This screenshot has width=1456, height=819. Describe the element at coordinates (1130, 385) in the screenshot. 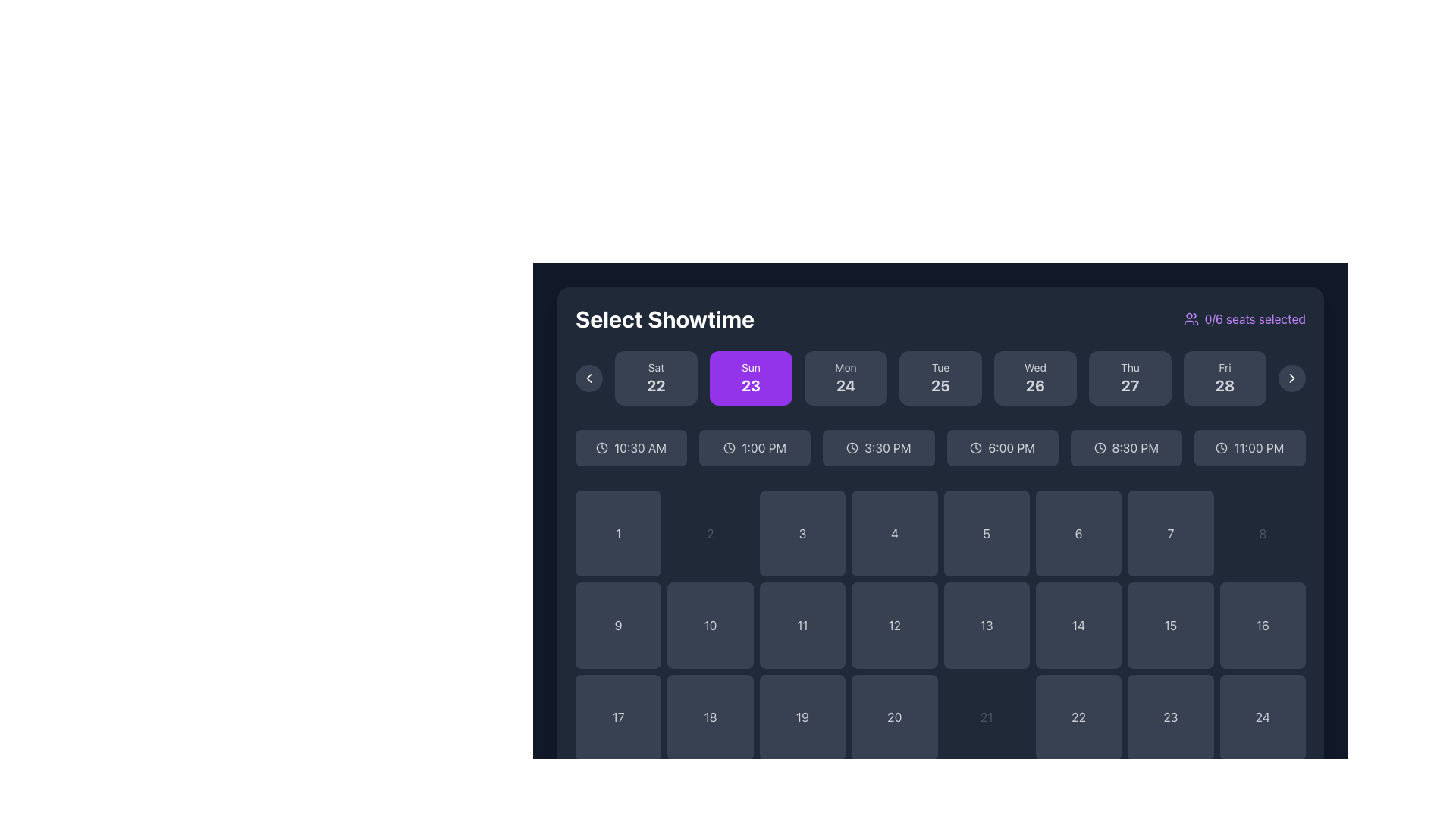

I see `the button labeled 'Thu 27'` at that location.